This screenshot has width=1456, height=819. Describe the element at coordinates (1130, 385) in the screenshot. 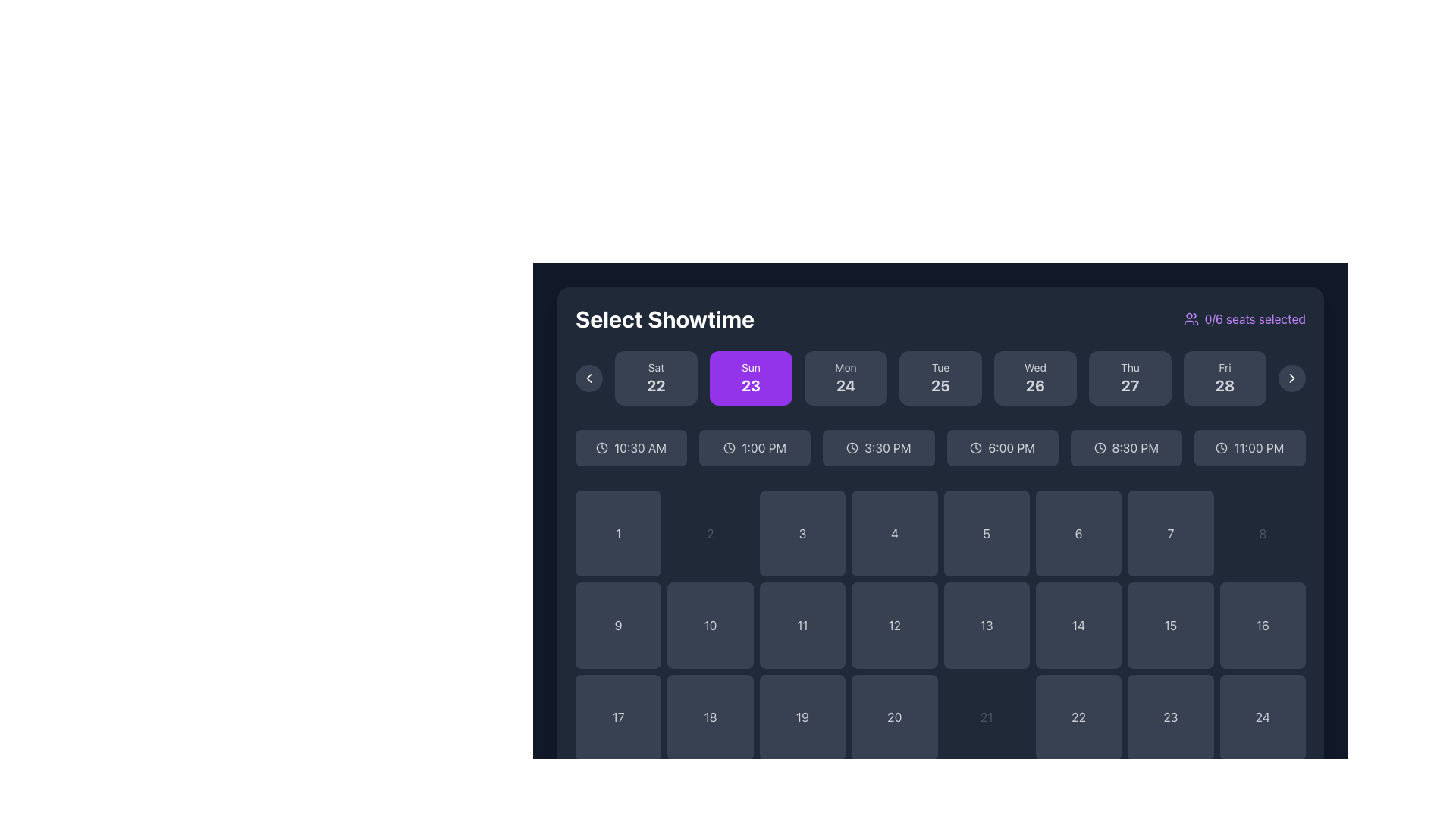

I see `the button labeled 'Thu 27'` at that location.